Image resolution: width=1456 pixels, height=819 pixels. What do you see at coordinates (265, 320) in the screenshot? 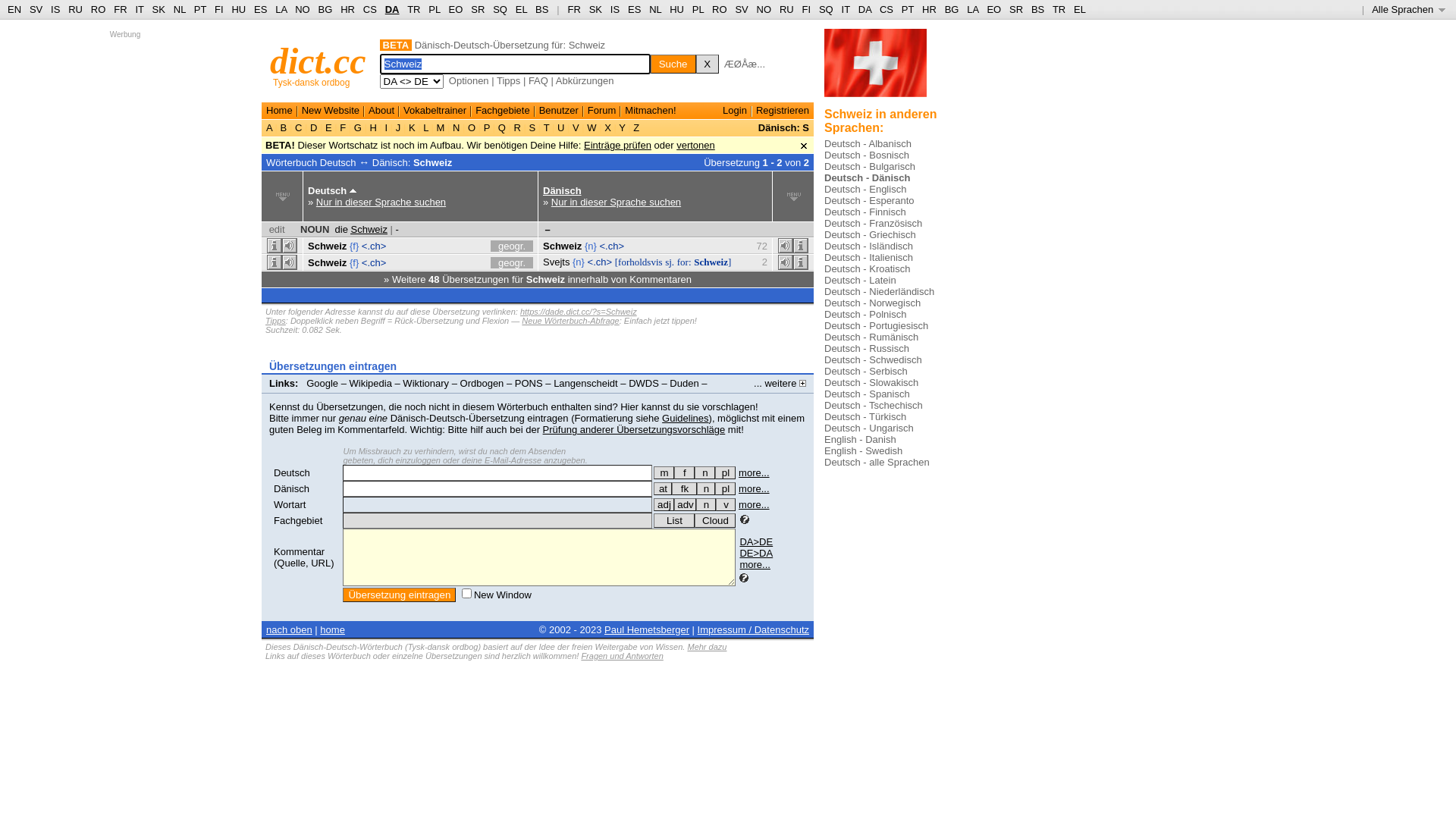
I see `'Tipps'` at bounding box center [265, 320].